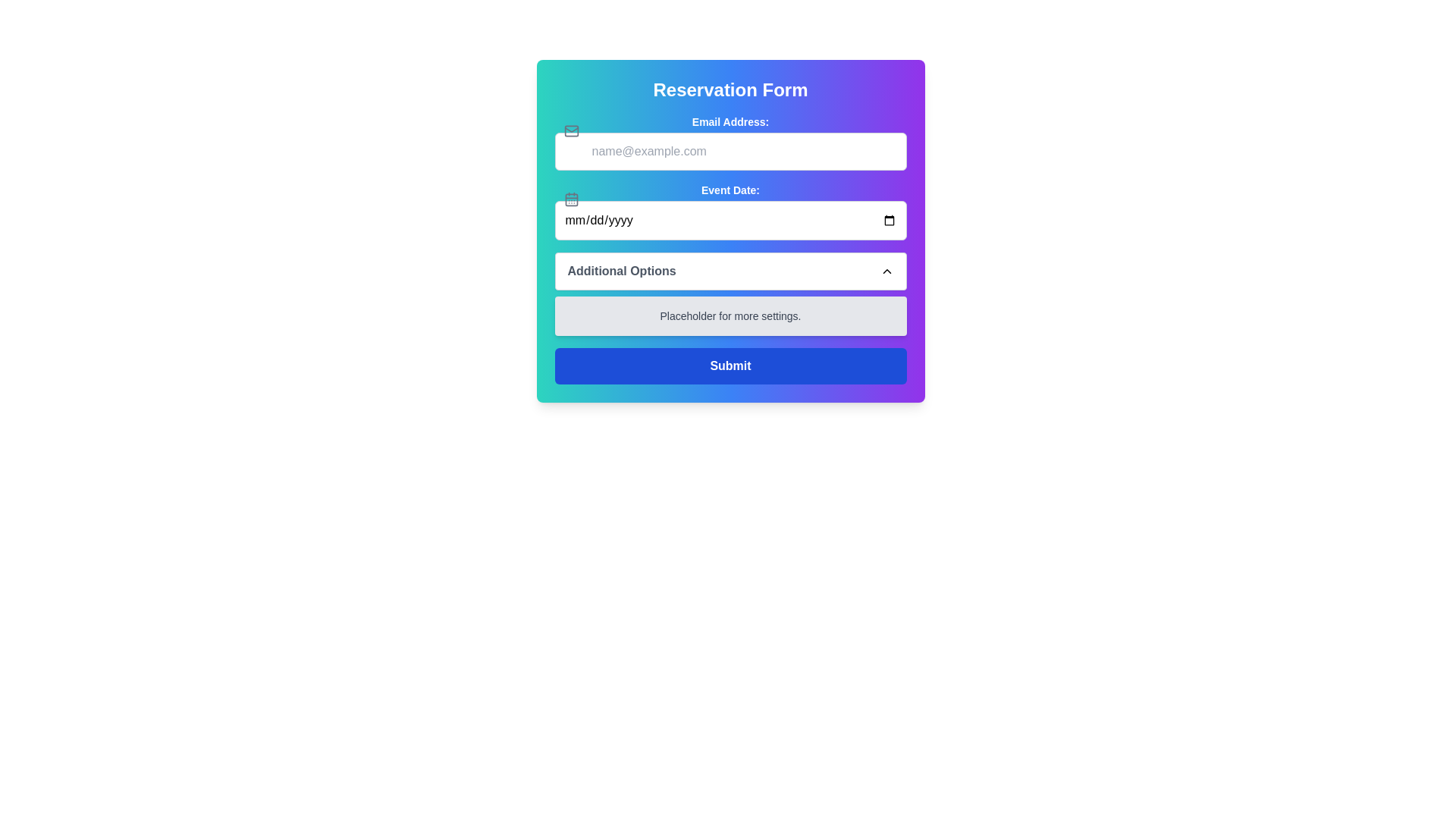  Describe the element at coordinates (730, 90) in the screenshot. I see `the bold white 'Reservation Form' header located at the top center of the form interface with a gradient background` at that location.